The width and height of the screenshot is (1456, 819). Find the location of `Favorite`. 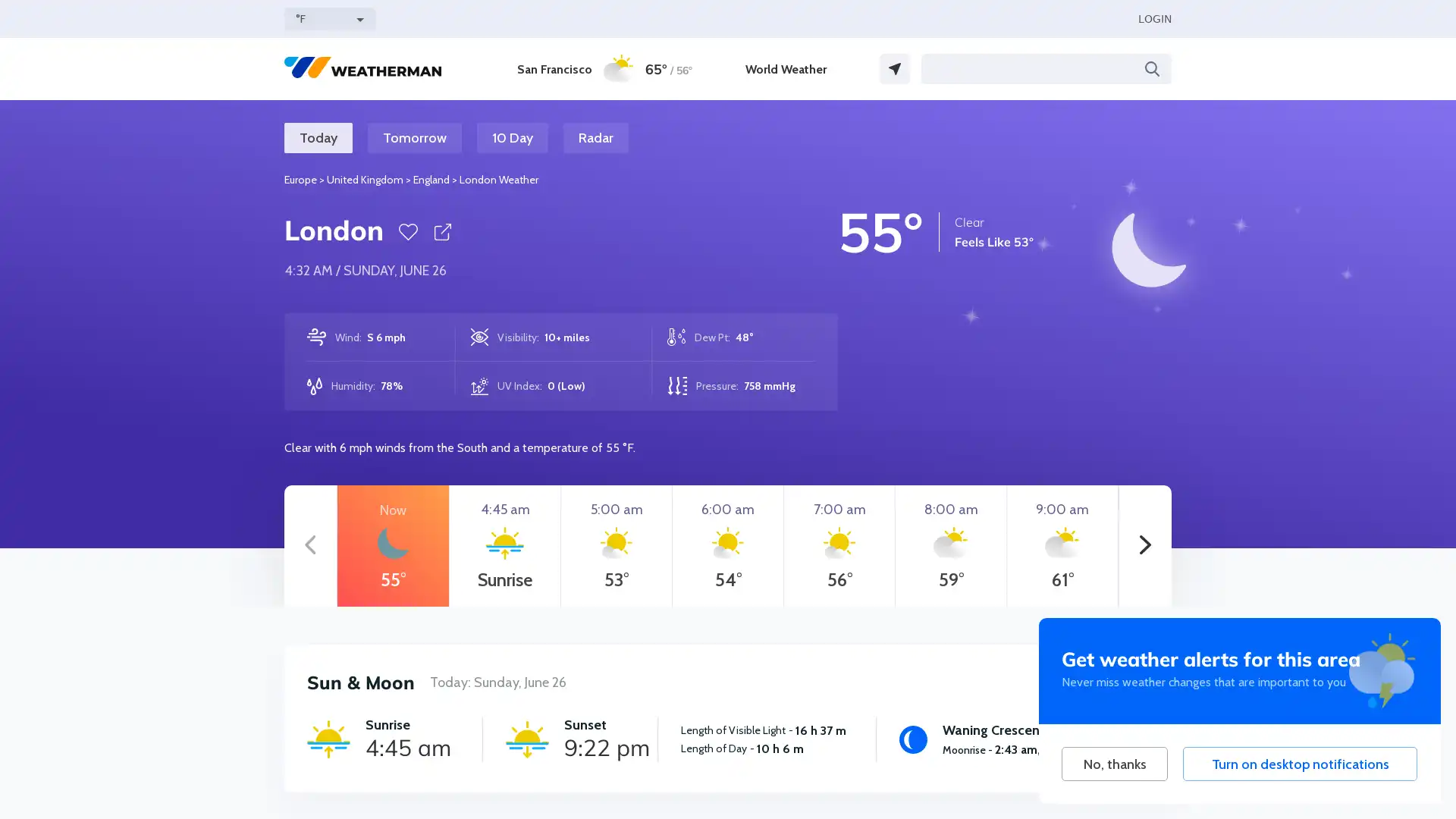

Favorite is located at coordinates (408, 231).